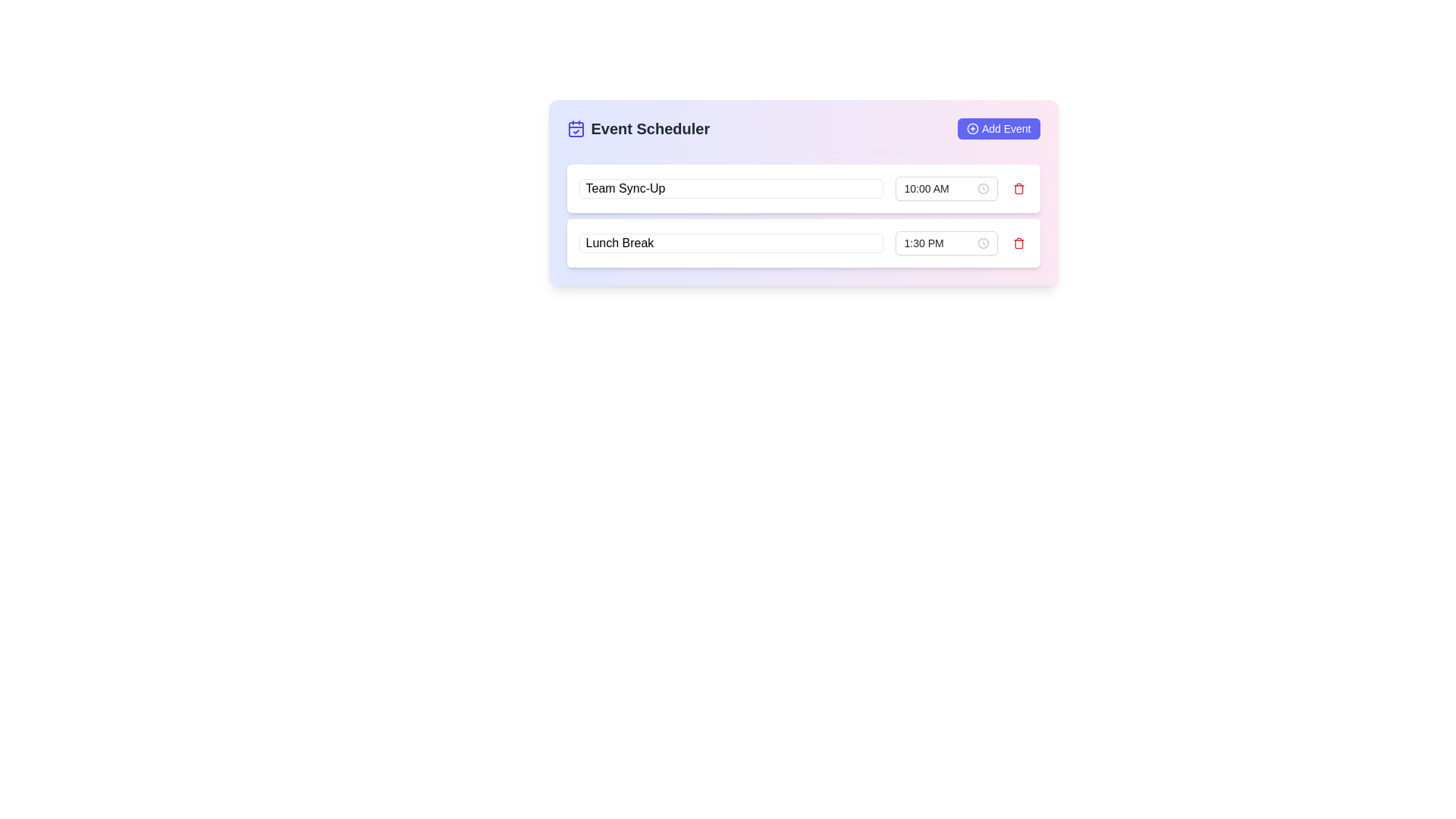 The width and height of the screenshot is (1456, 819). I want to click on the Delete Button located at the far right of the first row in the vertical list of event entries, so click(1018, 188).